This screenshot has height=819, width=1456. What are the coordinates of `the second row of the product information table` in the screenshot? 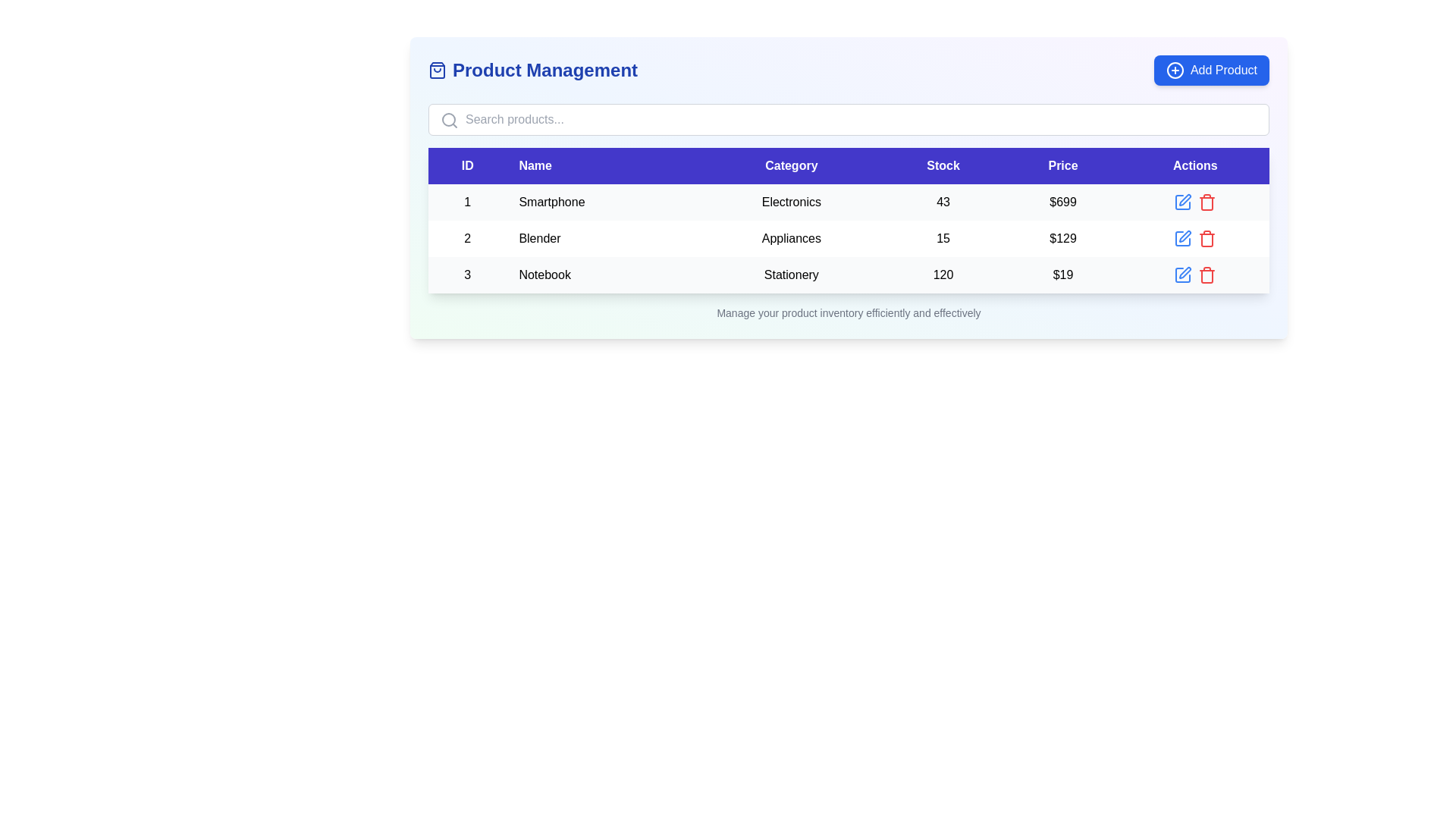 It's located at (848, 239).